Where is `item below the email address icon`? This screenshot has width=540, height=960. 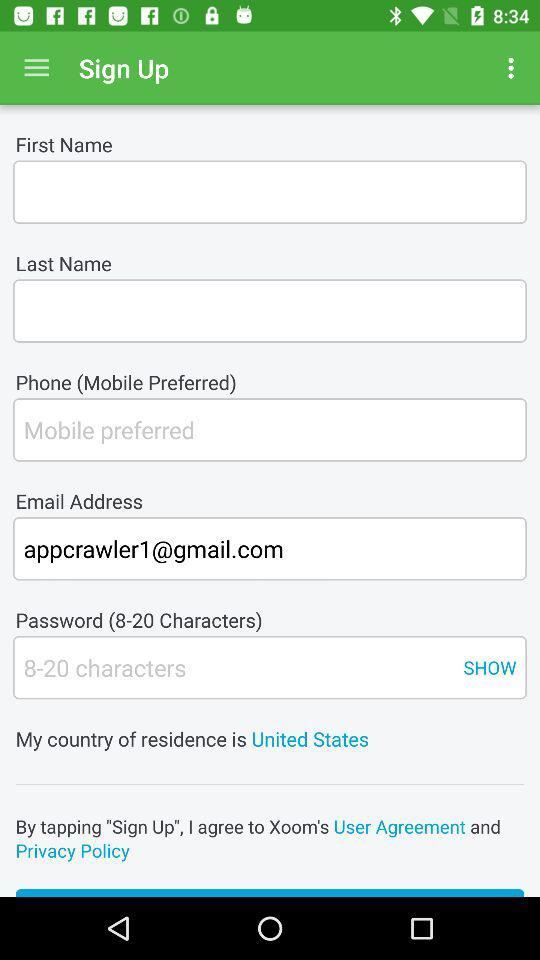
item below the email address icon is located at coordinates (270, 548).